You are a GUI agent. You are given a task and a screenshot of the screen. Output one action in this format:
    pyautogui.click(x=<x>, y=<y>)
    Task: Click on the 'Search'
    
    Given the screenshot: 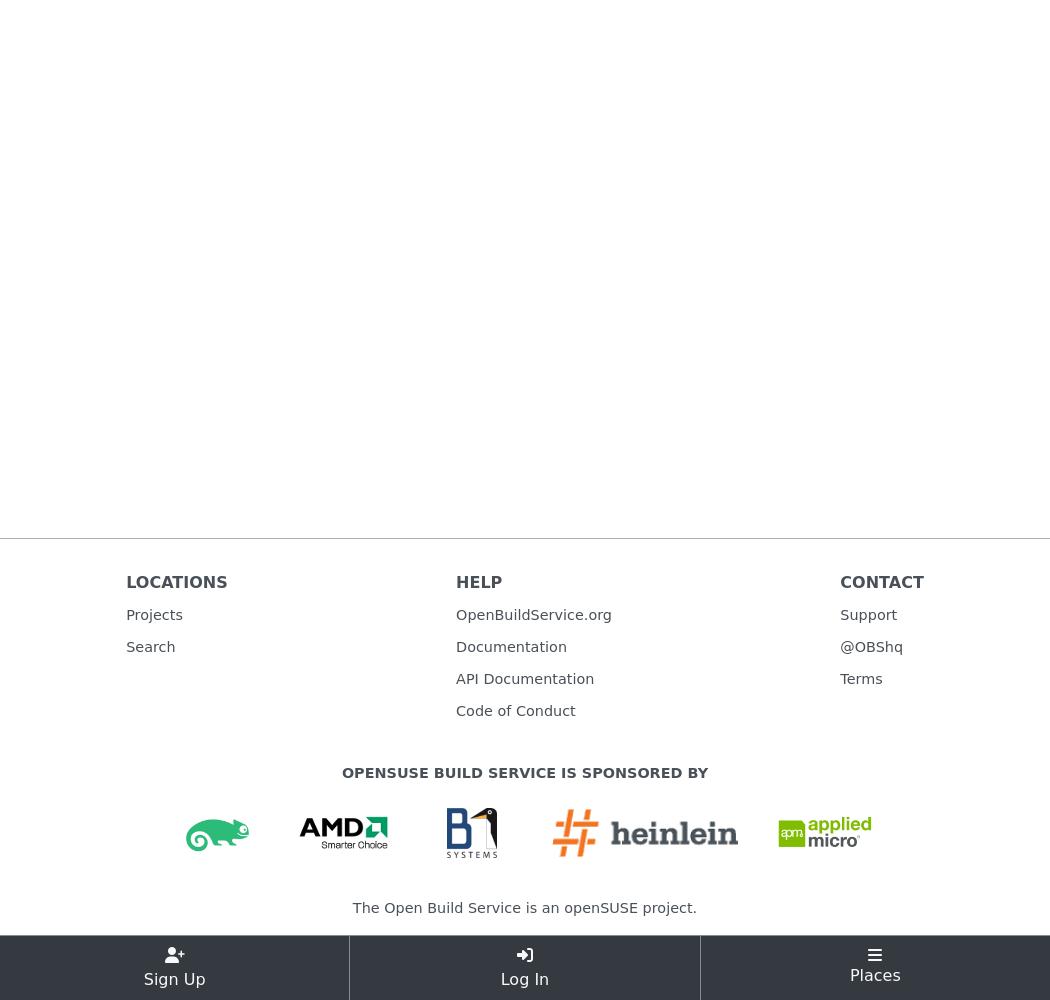 What is the action you would take?
    pyautogui.click(x=150, y=646)
    